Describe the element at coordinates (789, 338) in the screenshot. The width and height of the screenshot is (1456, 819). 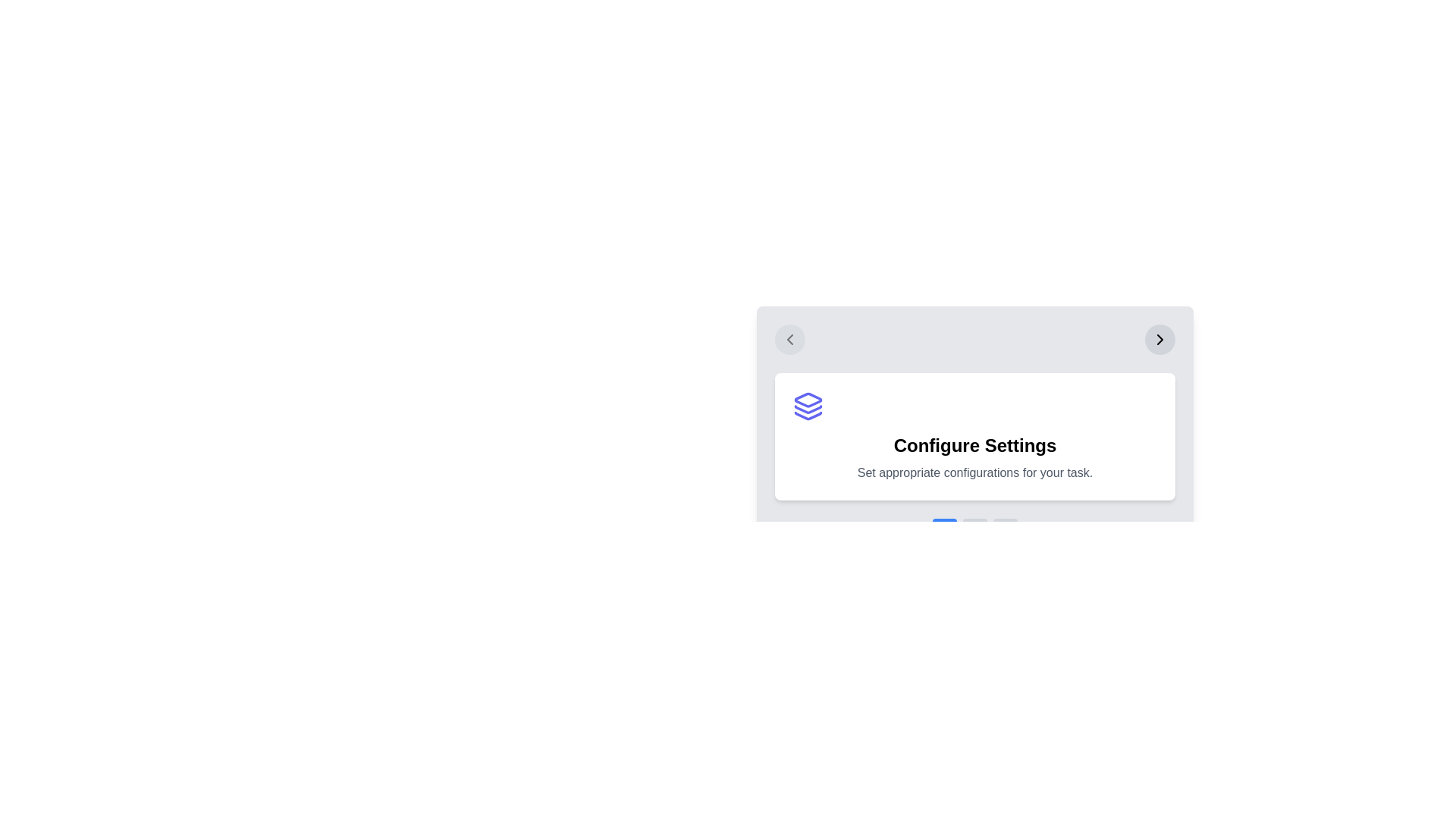
I see `left arrow button to navigate to the previous step` at that location.